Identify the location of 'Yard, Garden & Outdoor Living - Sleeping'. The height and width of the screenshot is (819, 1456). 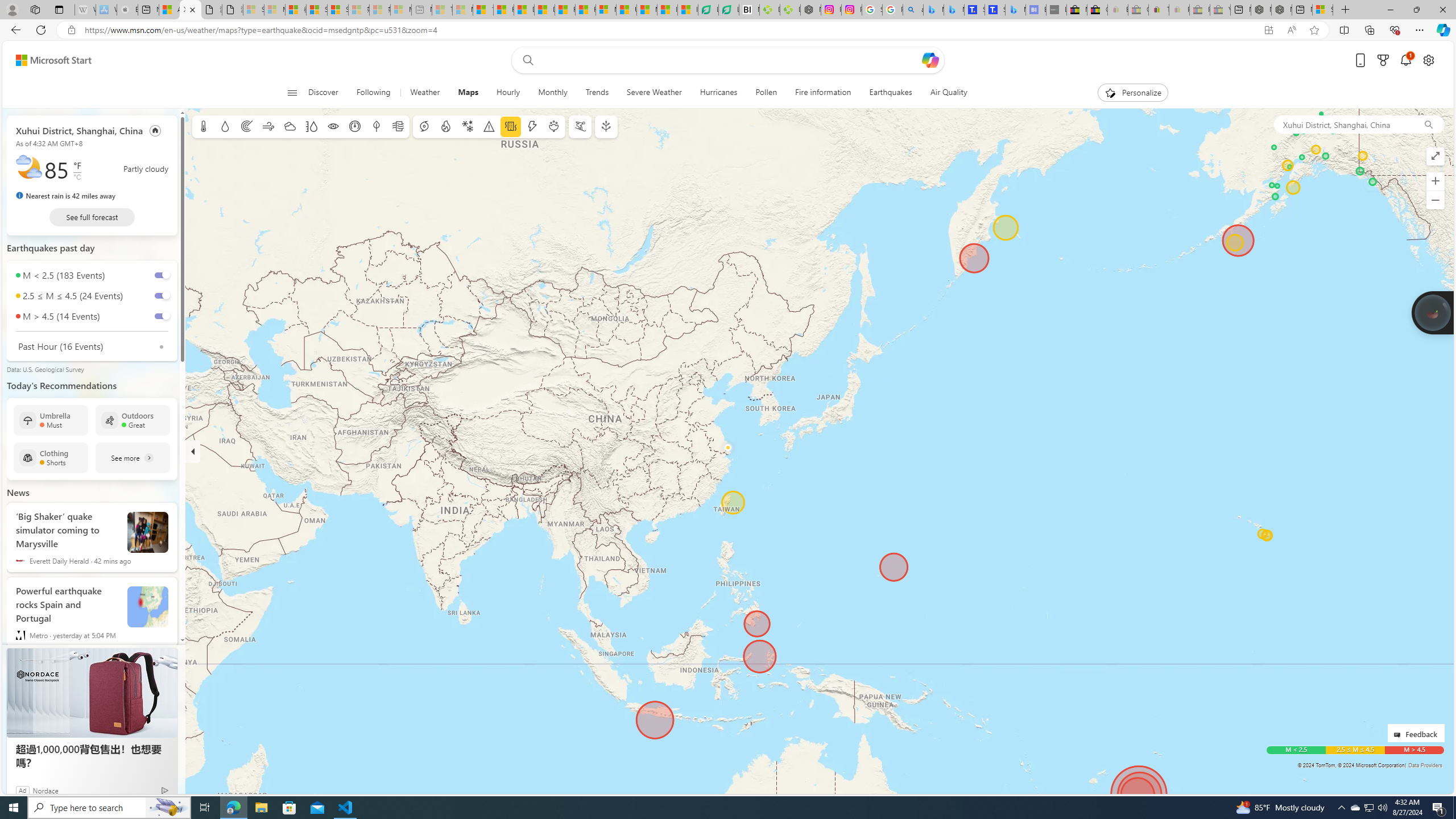
(1219, 9).